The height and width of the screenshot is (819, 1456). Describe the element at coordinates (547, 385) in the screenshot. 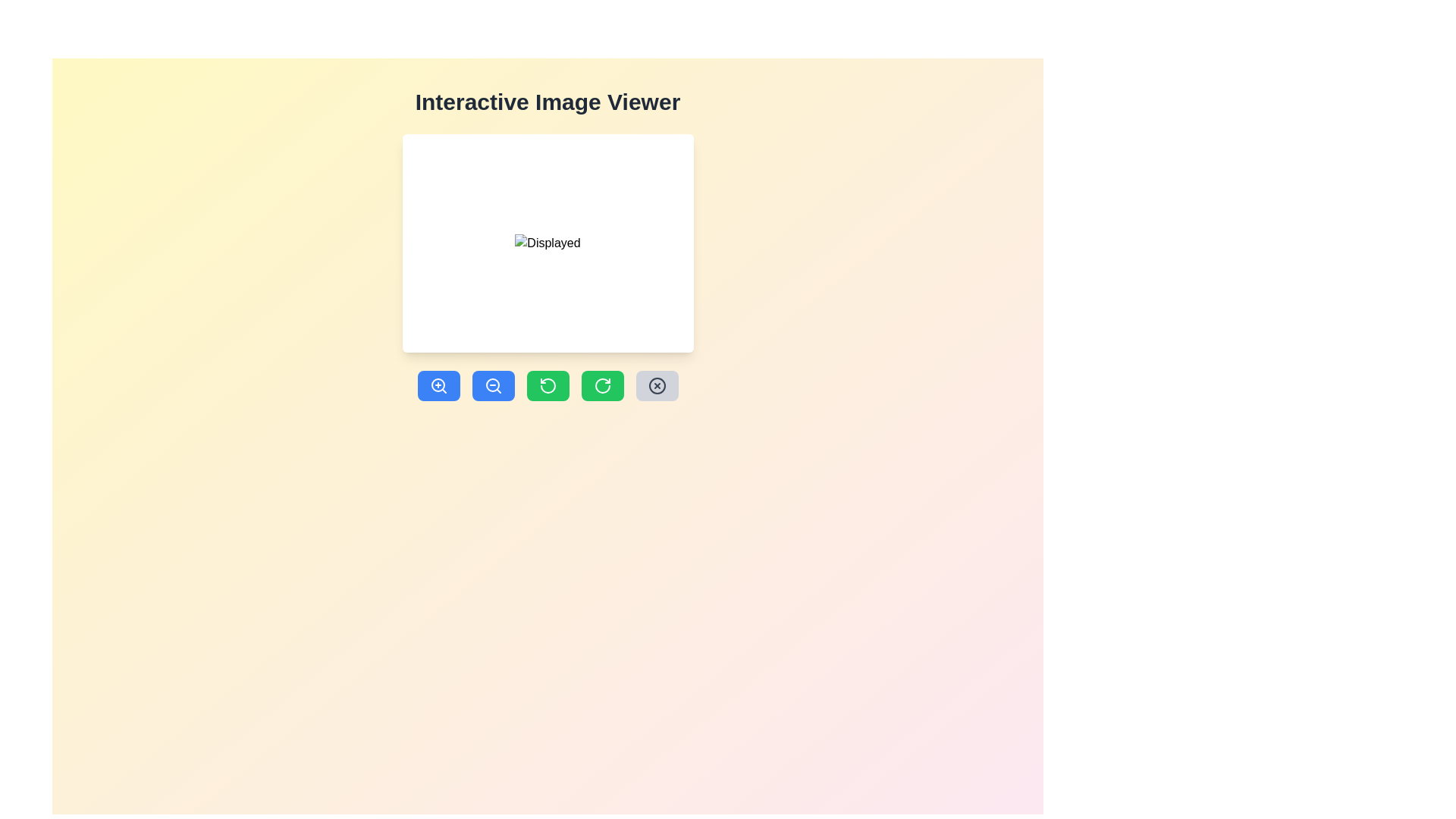

I see `the green button with a circular arrow icon, which is the third button in a row below the central image viewer` at that location.